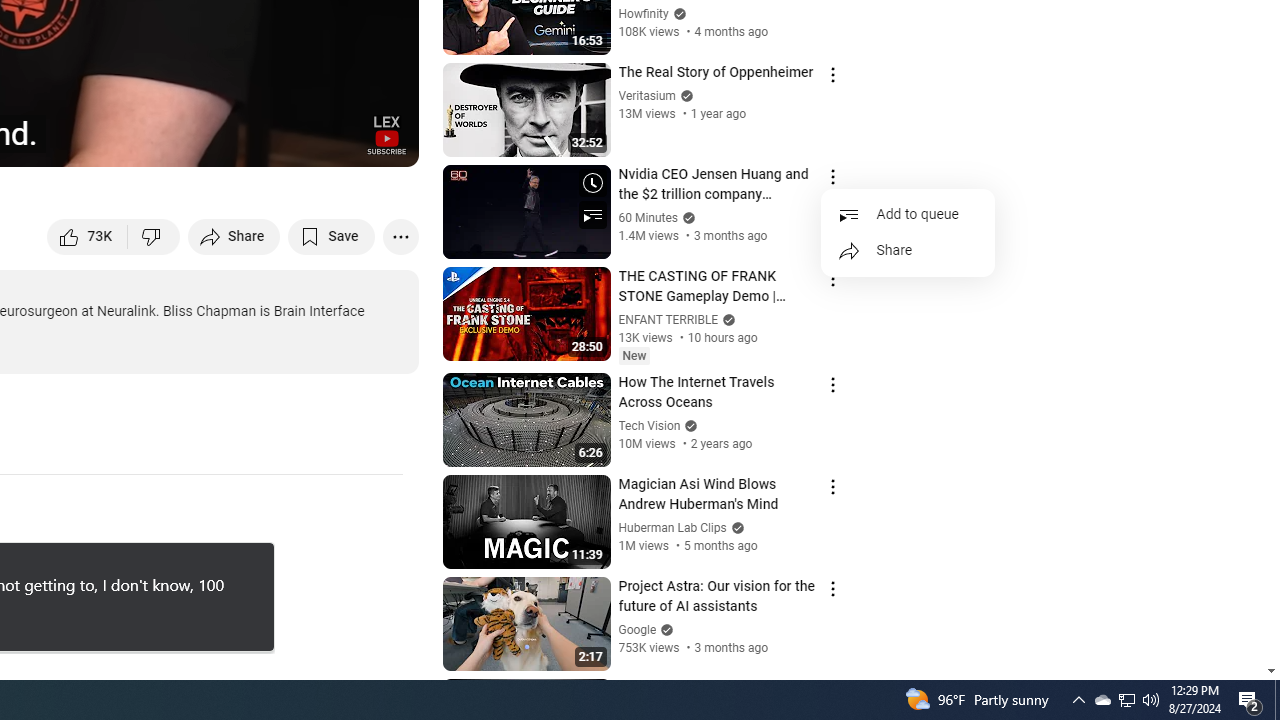 The image size is (1280, 720). Describe the element at coordinates (386, 135) in the screenshot. I see `'Channel watermark'` at that location.